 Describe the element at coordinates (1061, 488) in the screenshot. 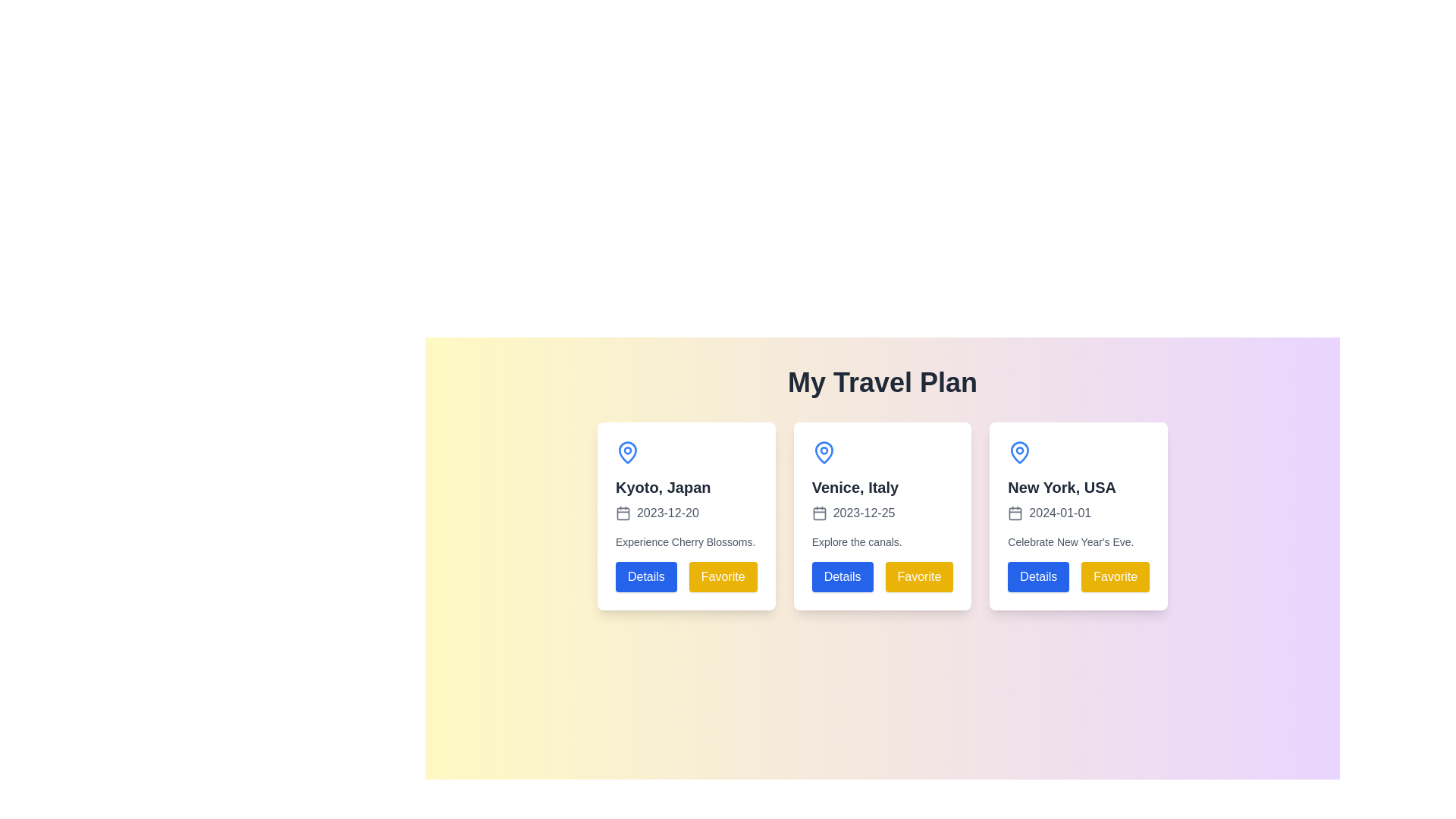

I see `the static text element displaying 'New York, USA' in the third card of the card layout` at that location.